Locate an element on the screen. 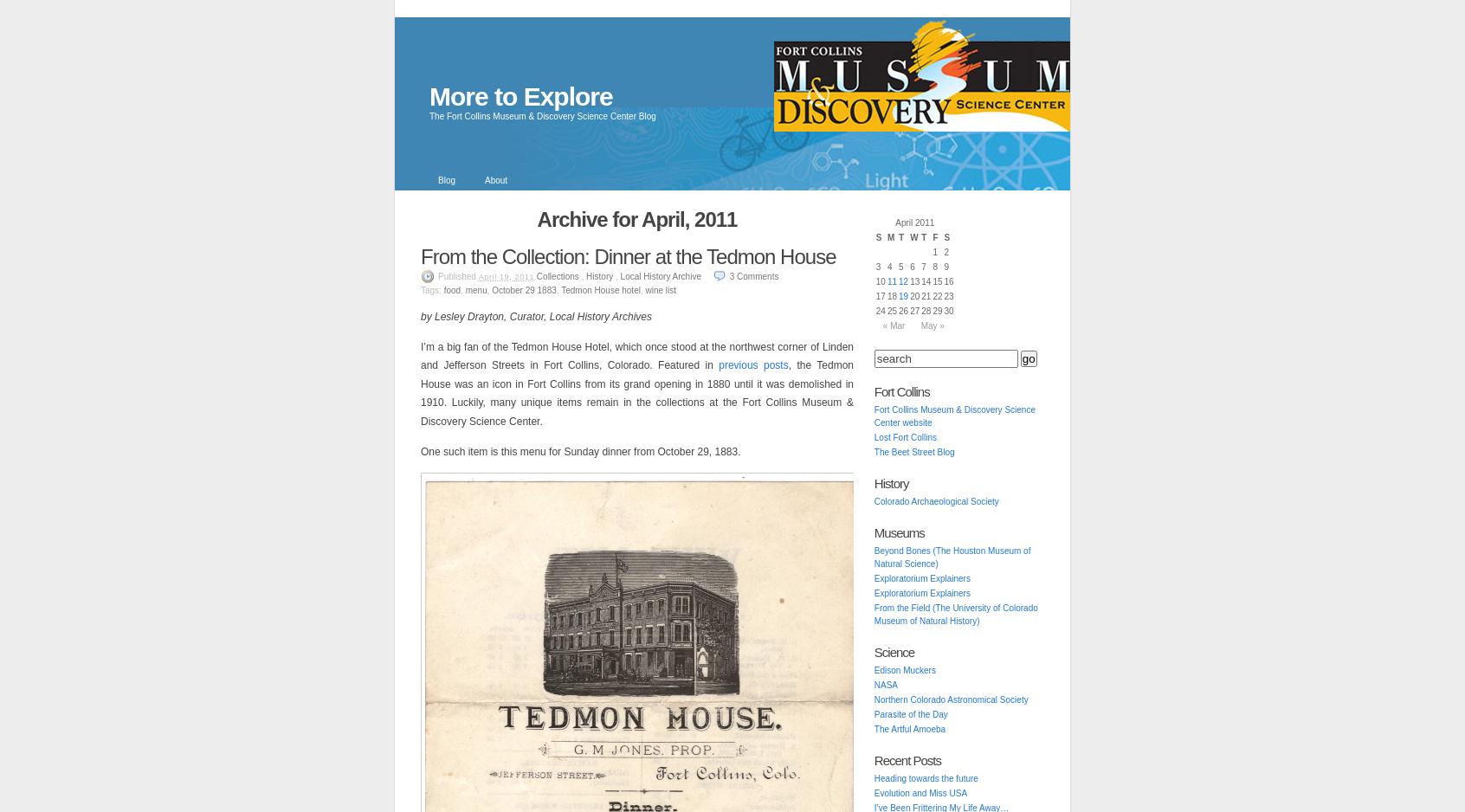 This screenshot has width=1465, height=812. 'The Beet Street Blog' is located at coordinates (913, 451).